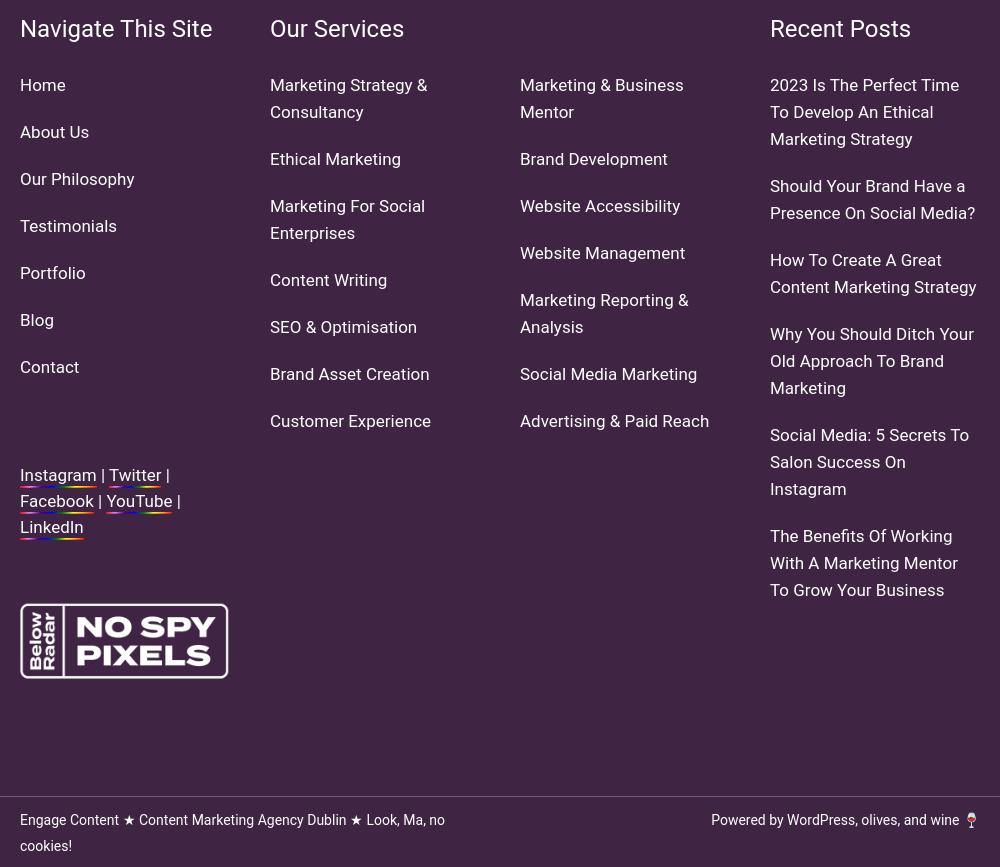  I want to click on 'Content Writing', so click(327, 279).